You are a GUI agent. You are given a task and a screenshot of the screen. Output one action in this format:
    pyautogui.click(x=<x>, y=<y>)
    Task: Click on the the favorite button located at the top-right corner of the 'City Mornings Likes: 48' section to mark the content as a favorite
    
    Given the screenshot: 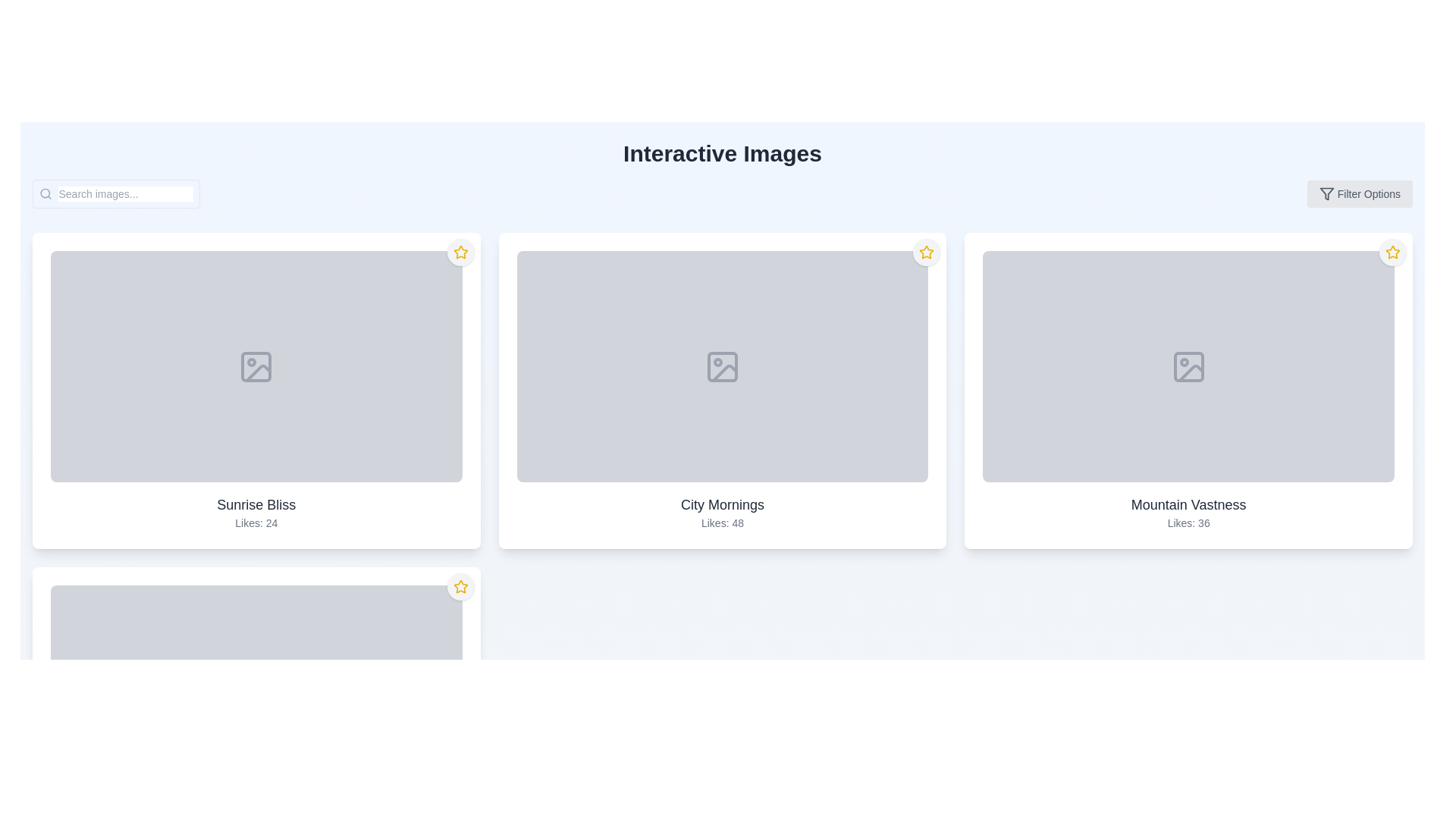 What is the action you would take?
    pyautogui.click(x=926, y=251)
    